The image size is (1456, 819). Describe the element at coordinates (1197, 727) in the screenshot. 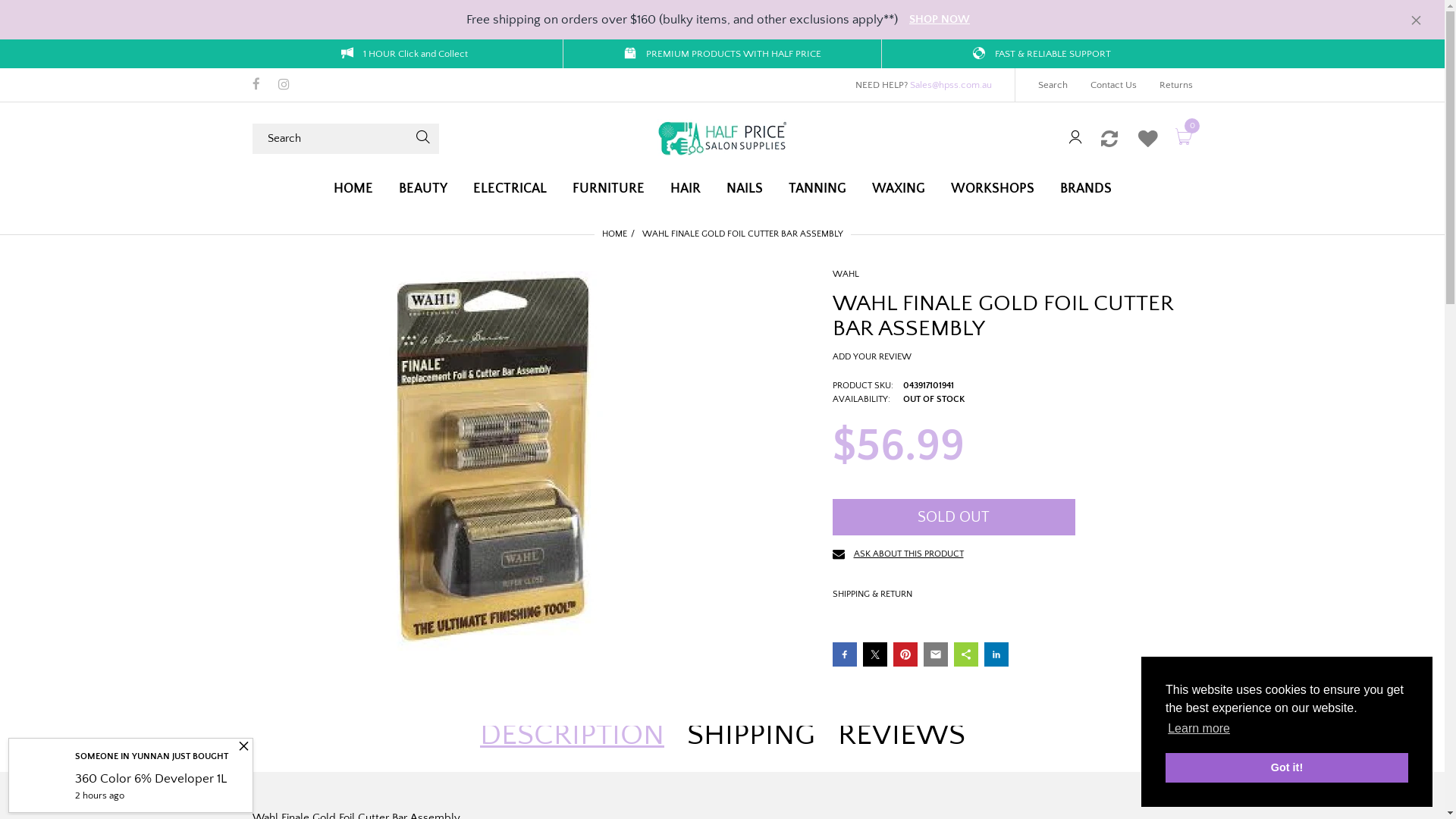

I see `'Learn more'` at that location.